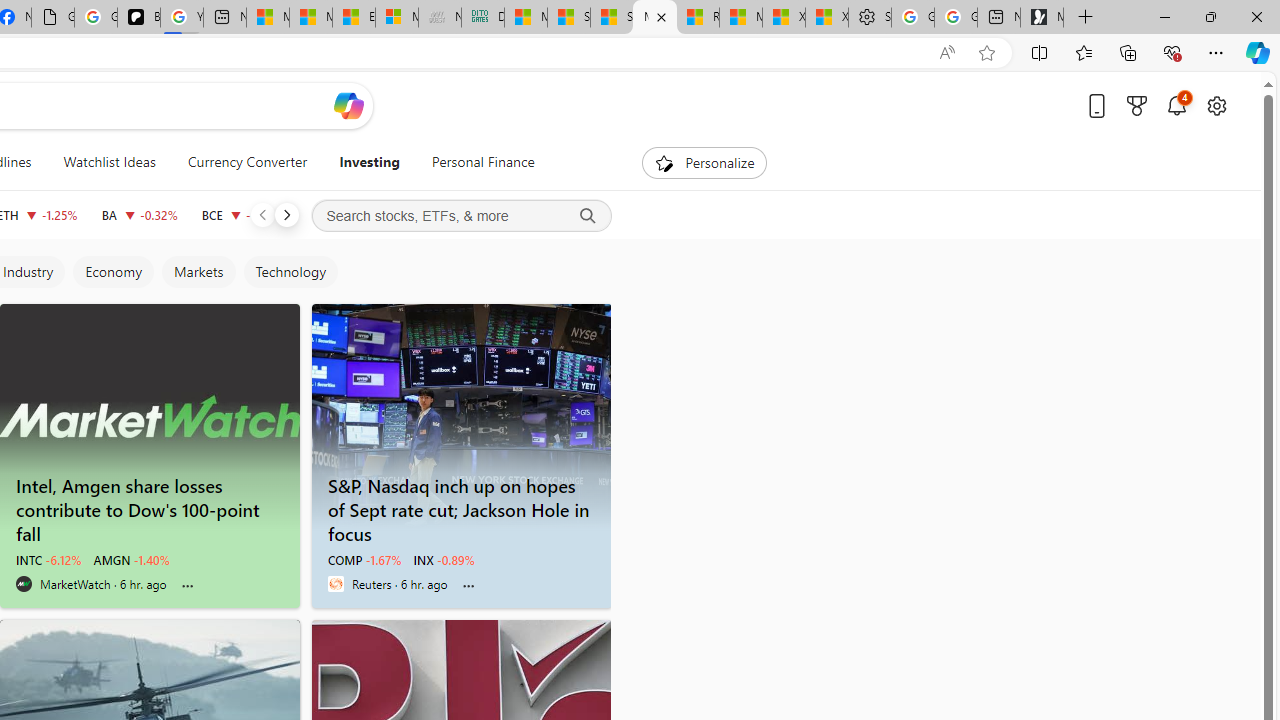  Describe the element at coordinates (241, 214) in the screenshot. I see `'BCE BCE Inc decrease 34.55 -0.07 -0.20%'` at that location.